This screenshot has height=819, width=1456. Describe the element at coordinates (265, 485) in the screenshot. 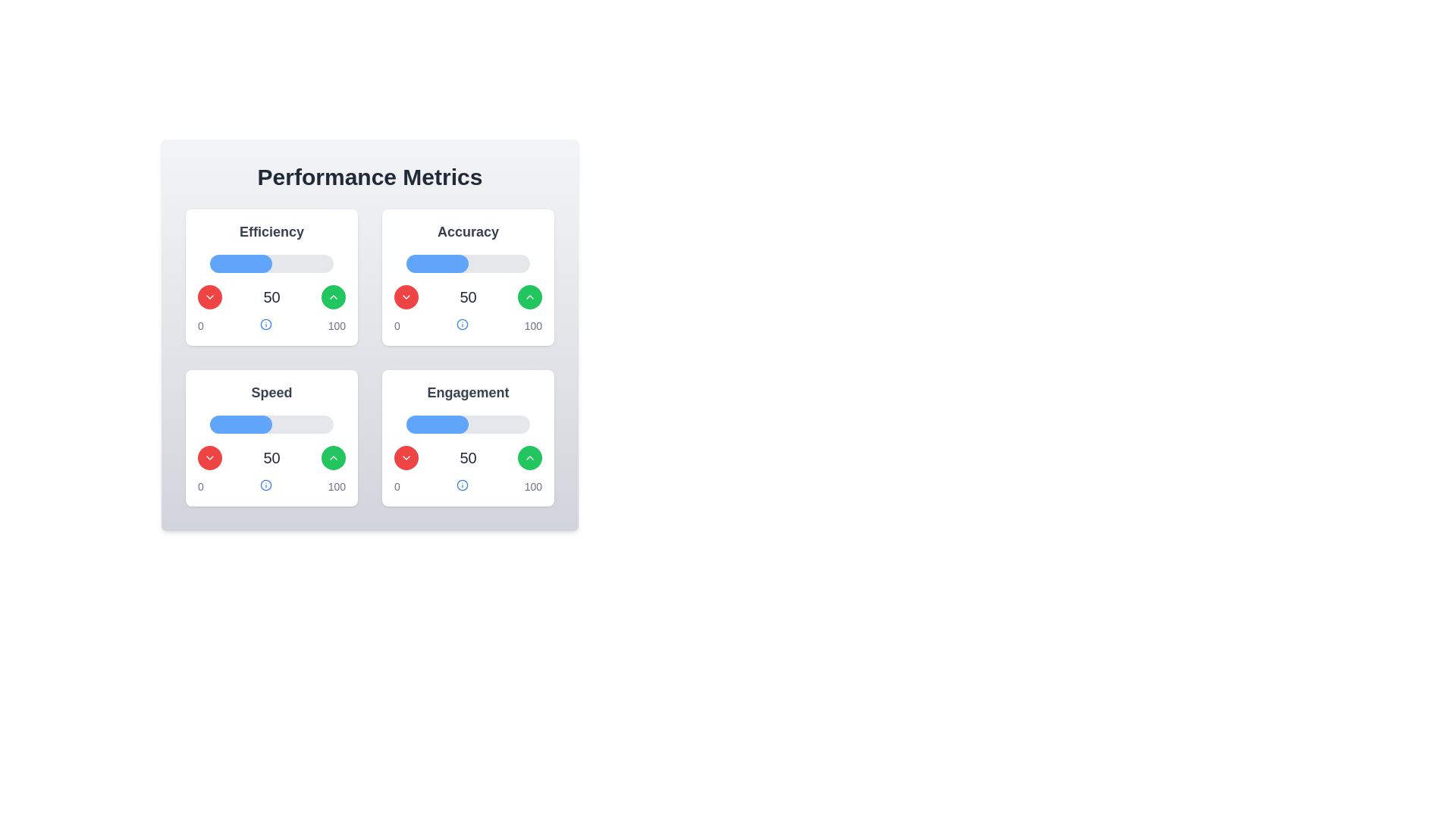

I see `the information icon located in the 'Speed' section, positioned below the '50' value and above '0'` at that location.